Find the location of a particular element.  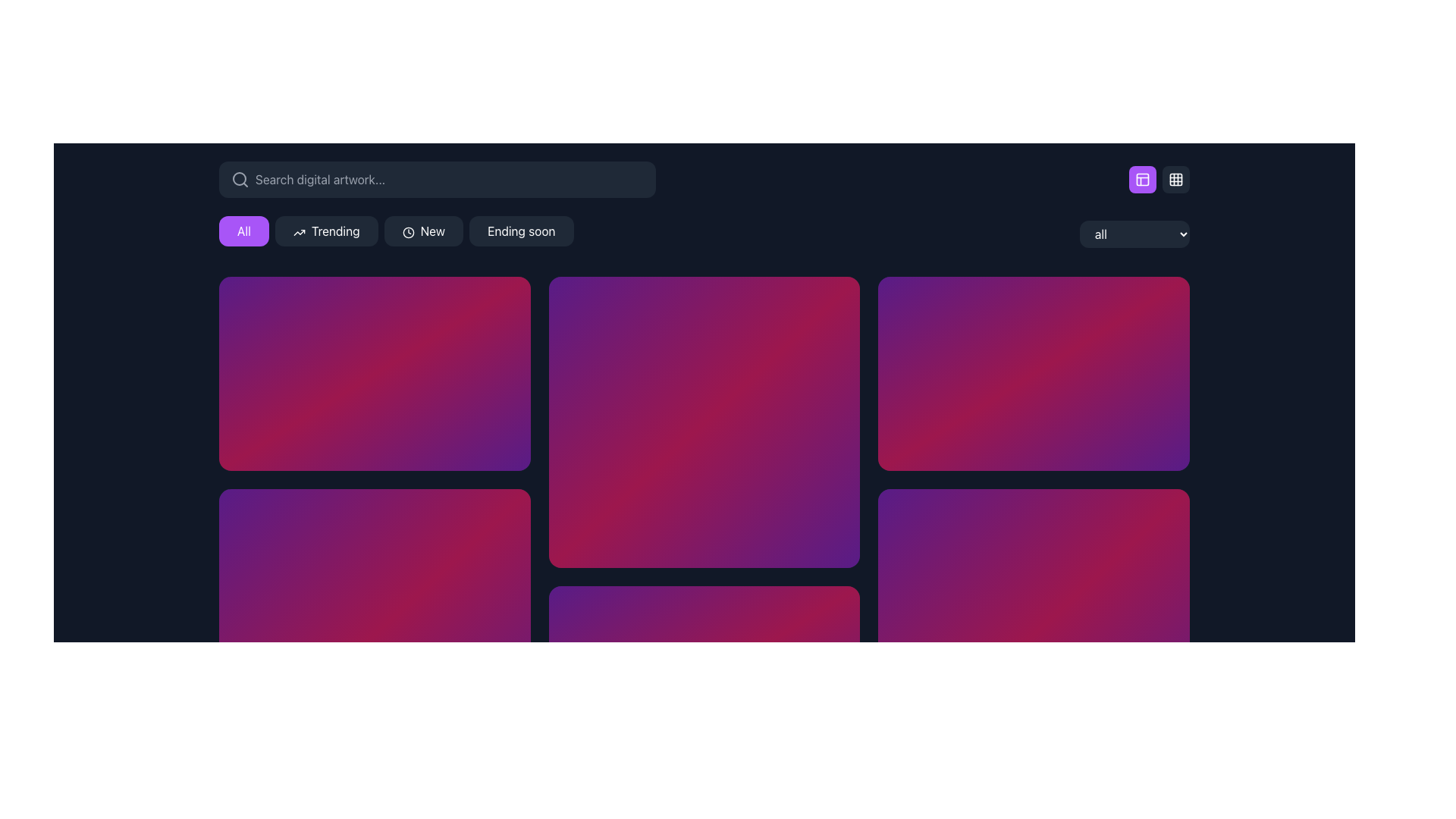

the button located in the top-right corner of the interface is located at coordinates (1175, 178).